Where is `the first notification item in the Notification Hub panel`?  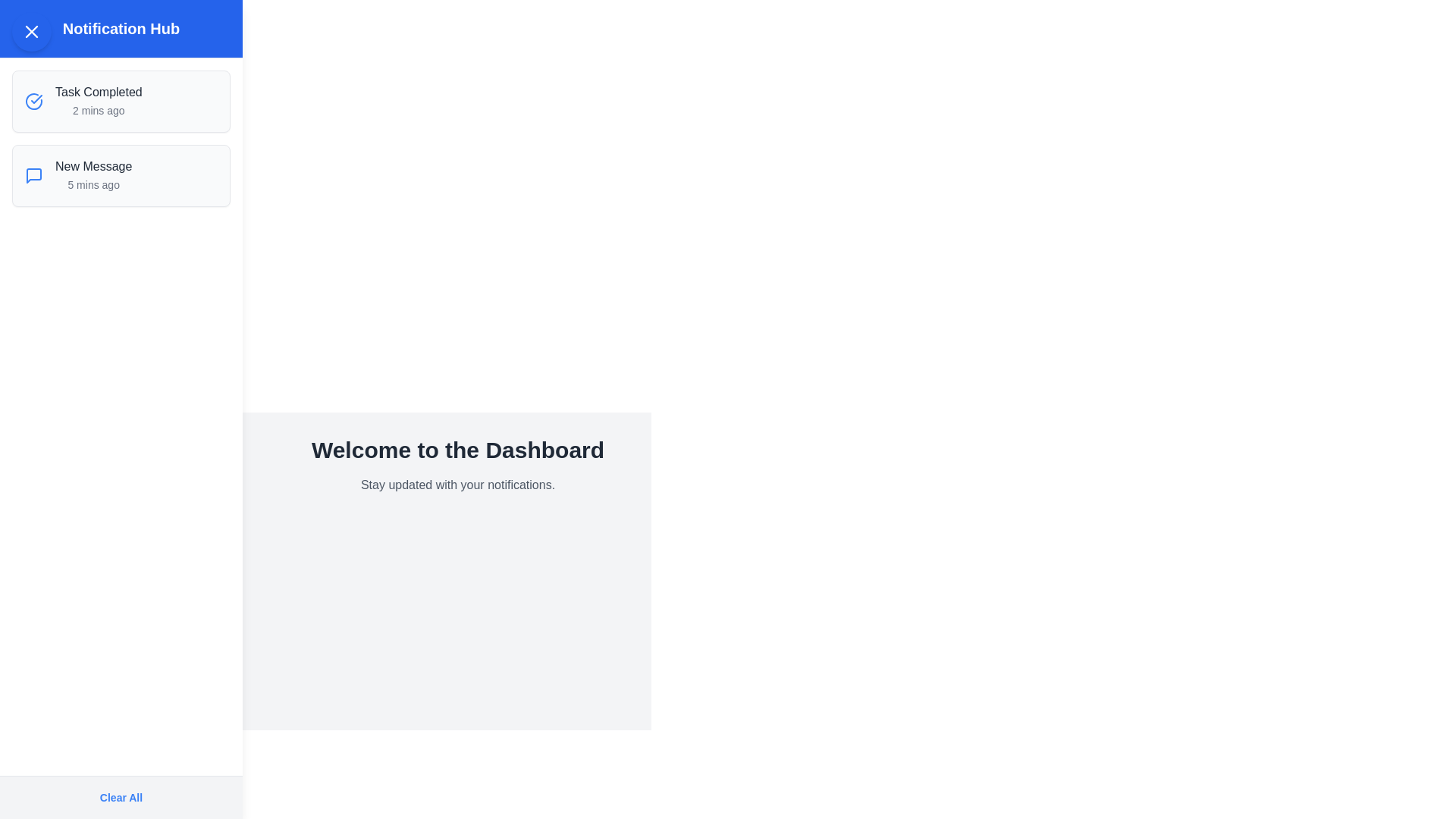
the first notification item in the Notification Hub panel is located at coordinates (120, 102).